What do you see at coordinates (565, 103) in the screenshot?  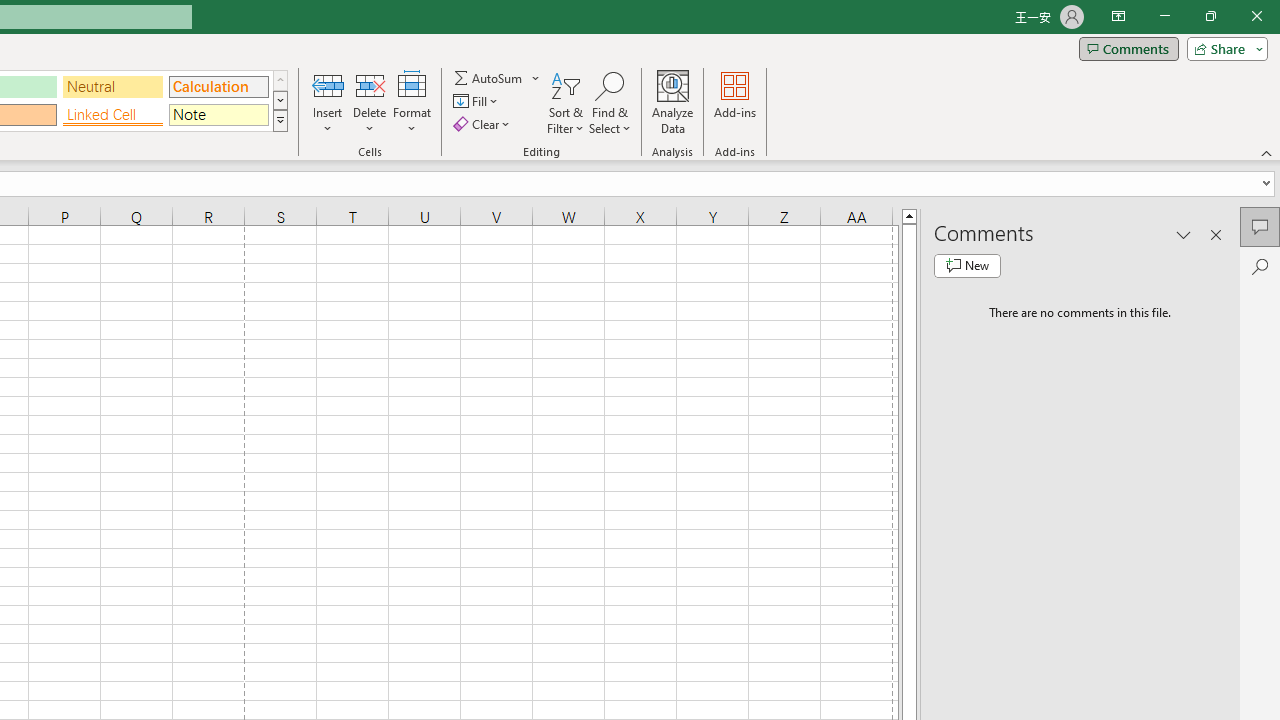 I see `'Sort & Filter'` at bounding box center [565, 103].